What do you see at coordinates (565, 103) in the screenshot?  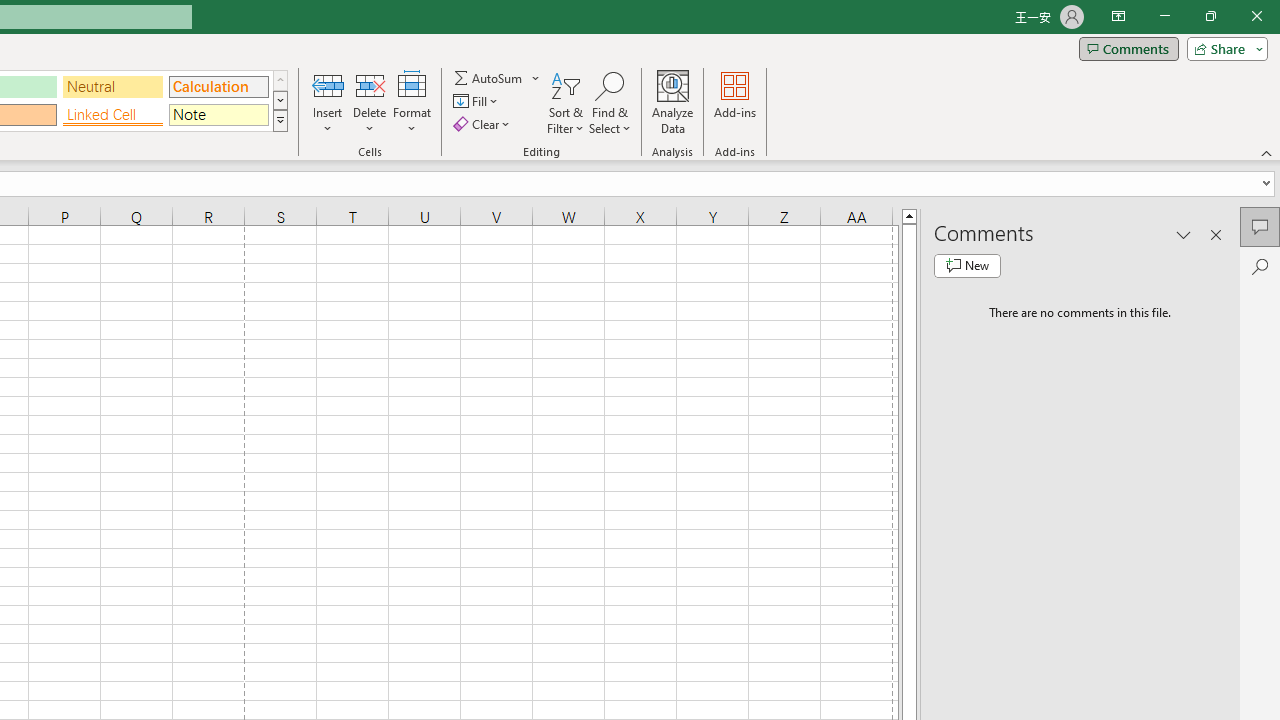 I see `'Sort & Filter'` at bounding box center [565, 103].